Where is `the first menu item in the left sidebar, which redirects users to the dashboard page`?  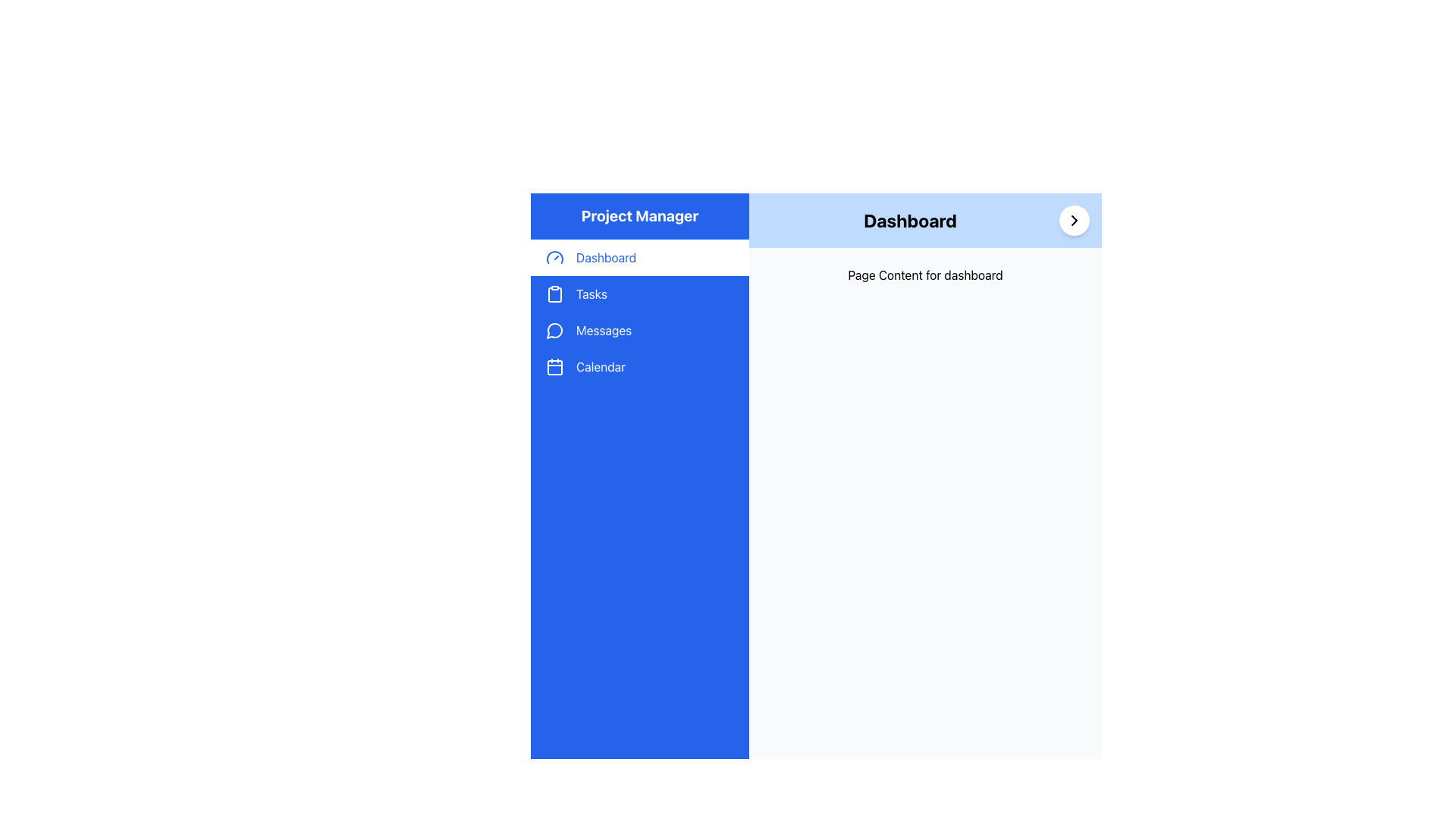
the first menu item in the left sidebar, which redirects users to the dashboard page is located at coordinates (640, 256).